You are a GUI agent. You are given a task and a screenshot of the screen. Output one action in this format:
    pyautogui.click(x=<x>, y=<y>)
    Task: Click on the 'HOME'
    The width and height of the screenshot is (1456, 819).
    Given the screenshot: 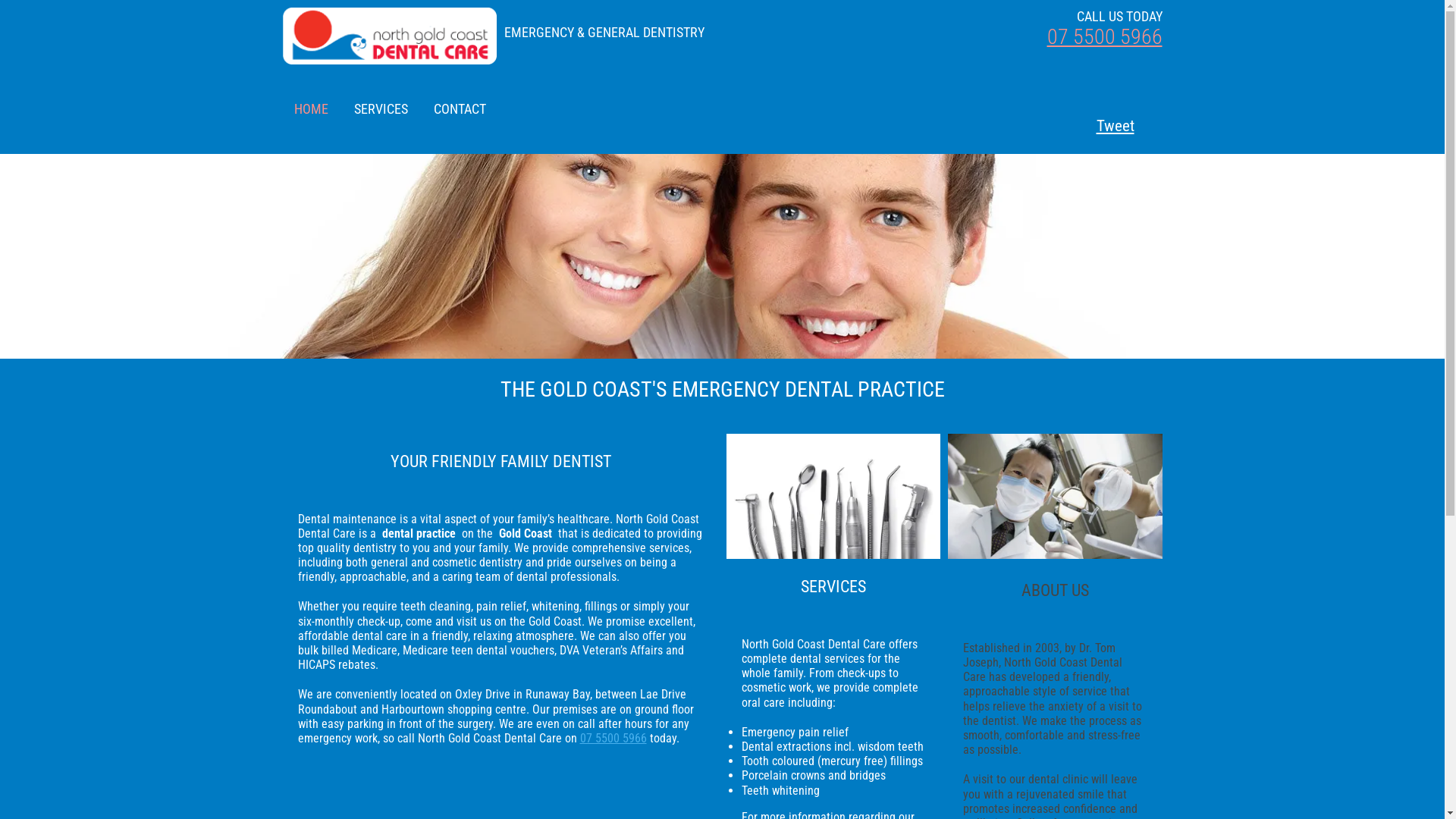 What is the action you would take?
    pyautogui.click(x=310, y=108)
    